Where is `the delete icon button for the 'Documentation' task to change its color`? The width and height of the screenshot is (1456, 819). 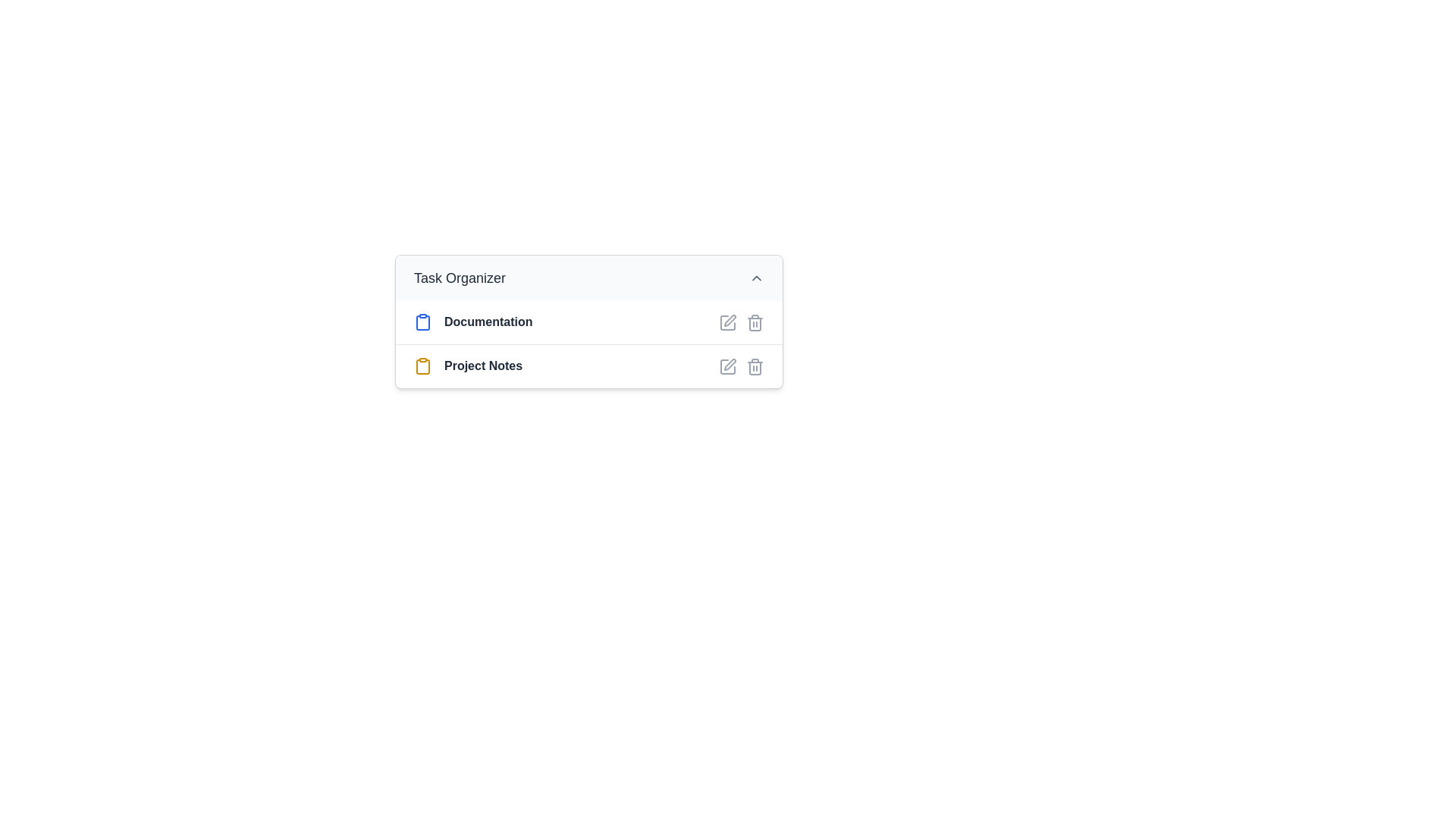
the delete icon button for the 'Documentation' task to change its color is located at coordinates (755, 321).